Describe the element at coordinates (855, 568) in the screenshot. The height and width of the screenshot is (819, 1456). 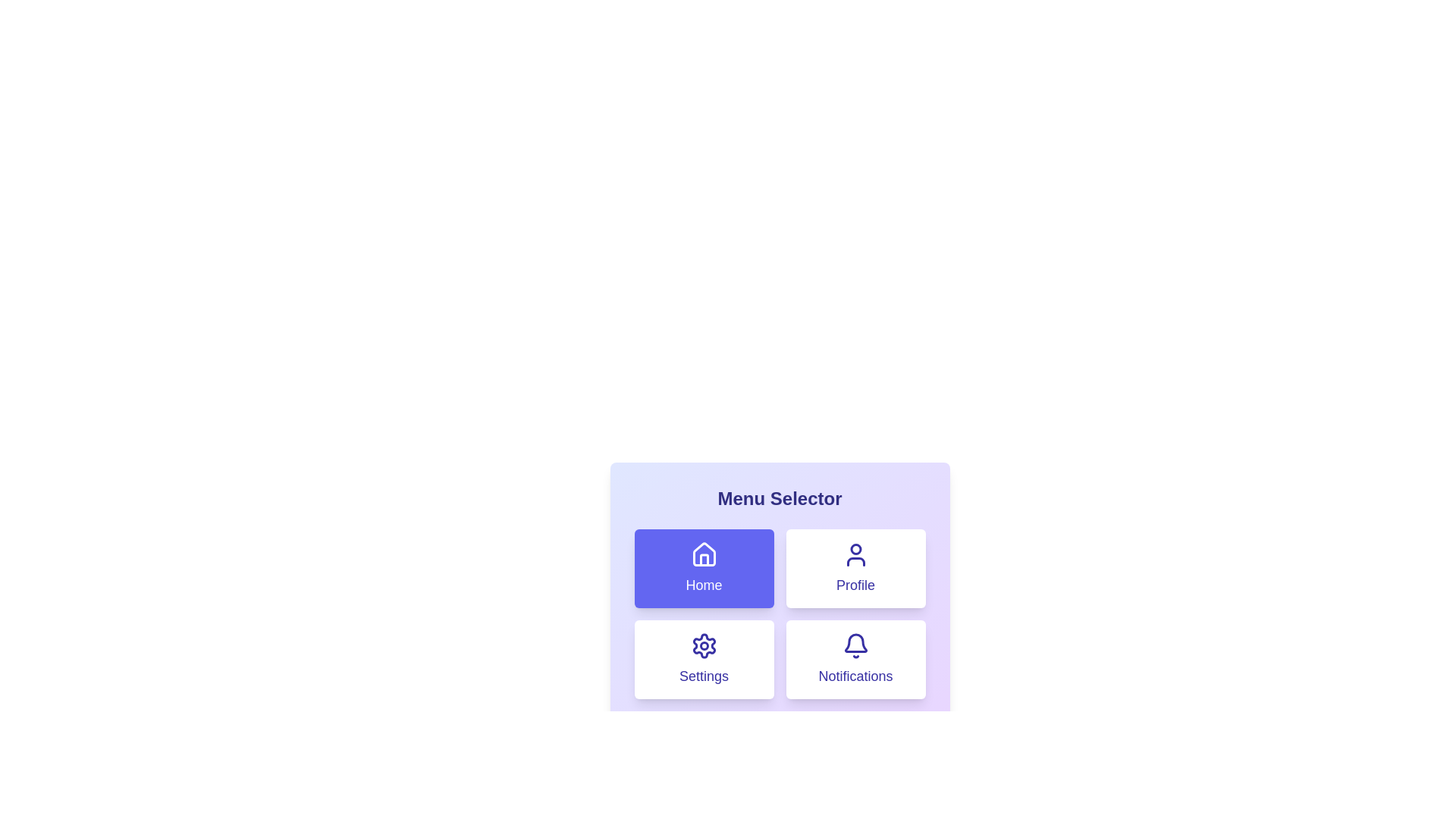
I see `the menu option Profile` at that location.